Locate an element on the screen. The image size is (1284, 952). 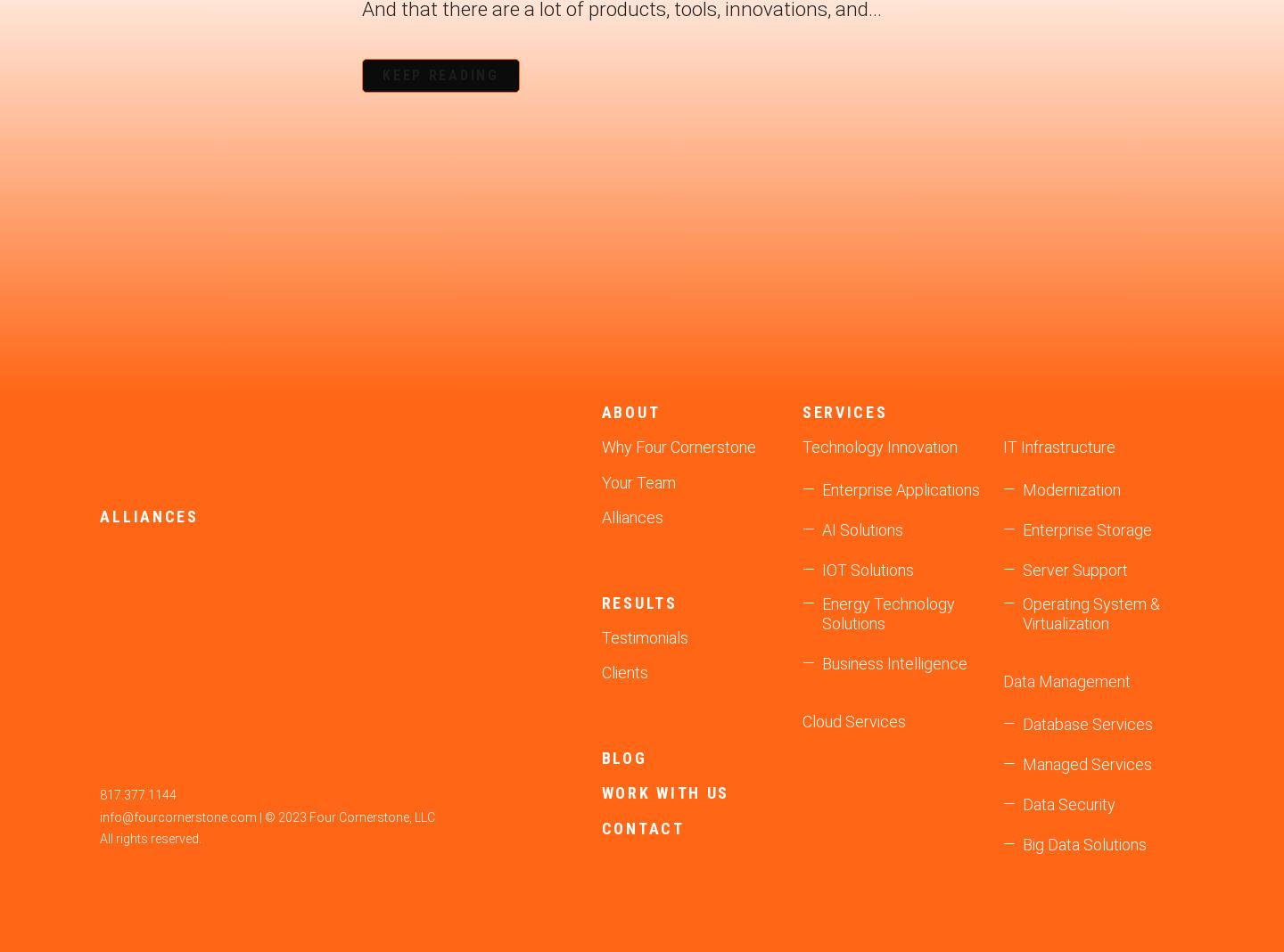
'Contact' is located at coordinates (642, 826).